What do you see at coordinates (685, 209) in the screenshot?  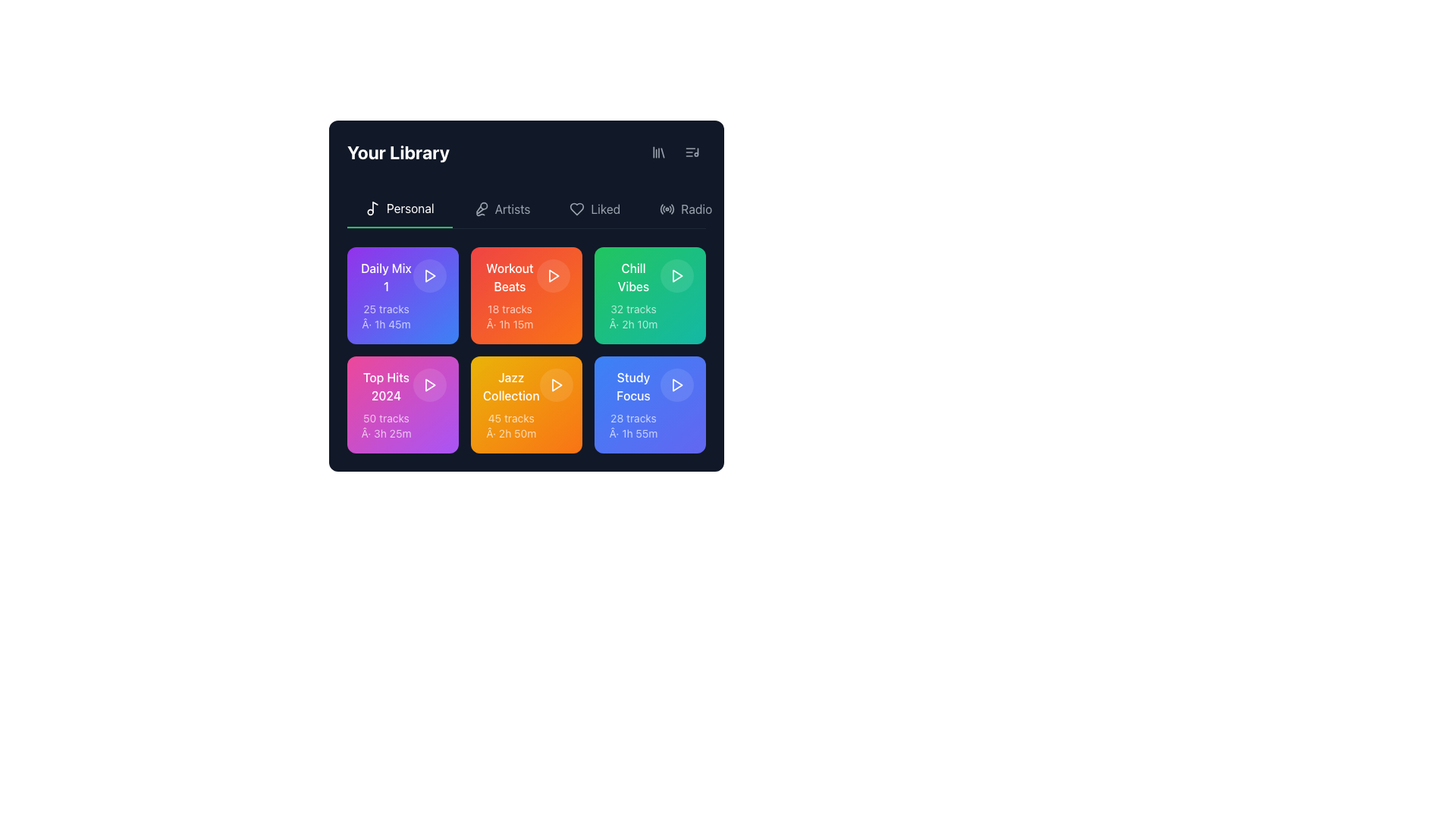 I see `the 'Radio' button, which is the fifth tab in the 'Your Library' section` at bounding box center [685, 209].